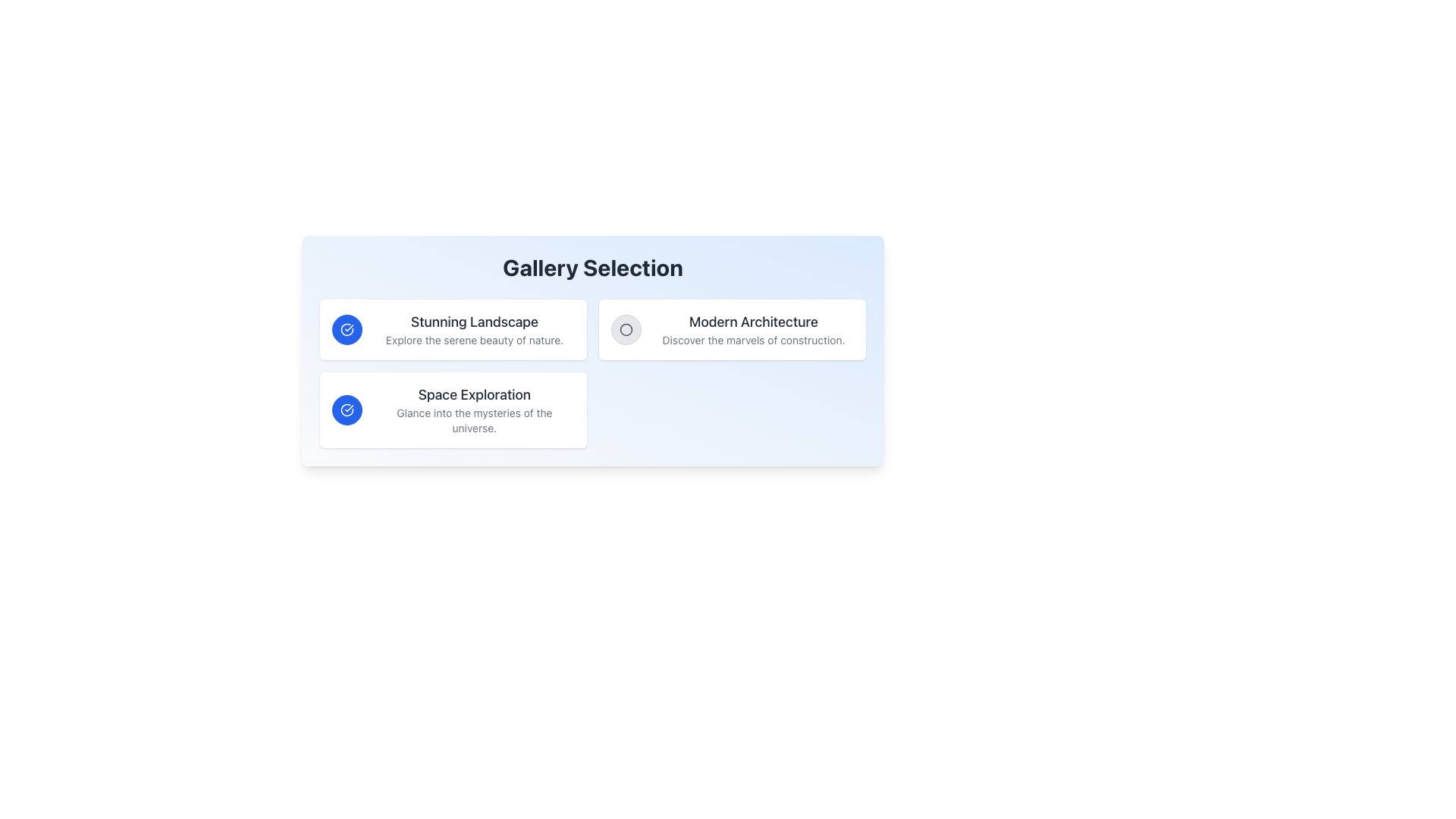 The width and height of the screenshot is (1456, 819). Describe the element at coordinates (753, 321) in the screenshot. I see `the Text Label titled 'Modern Architecture' located in the upper part of the right-hand selection panel` at that location.